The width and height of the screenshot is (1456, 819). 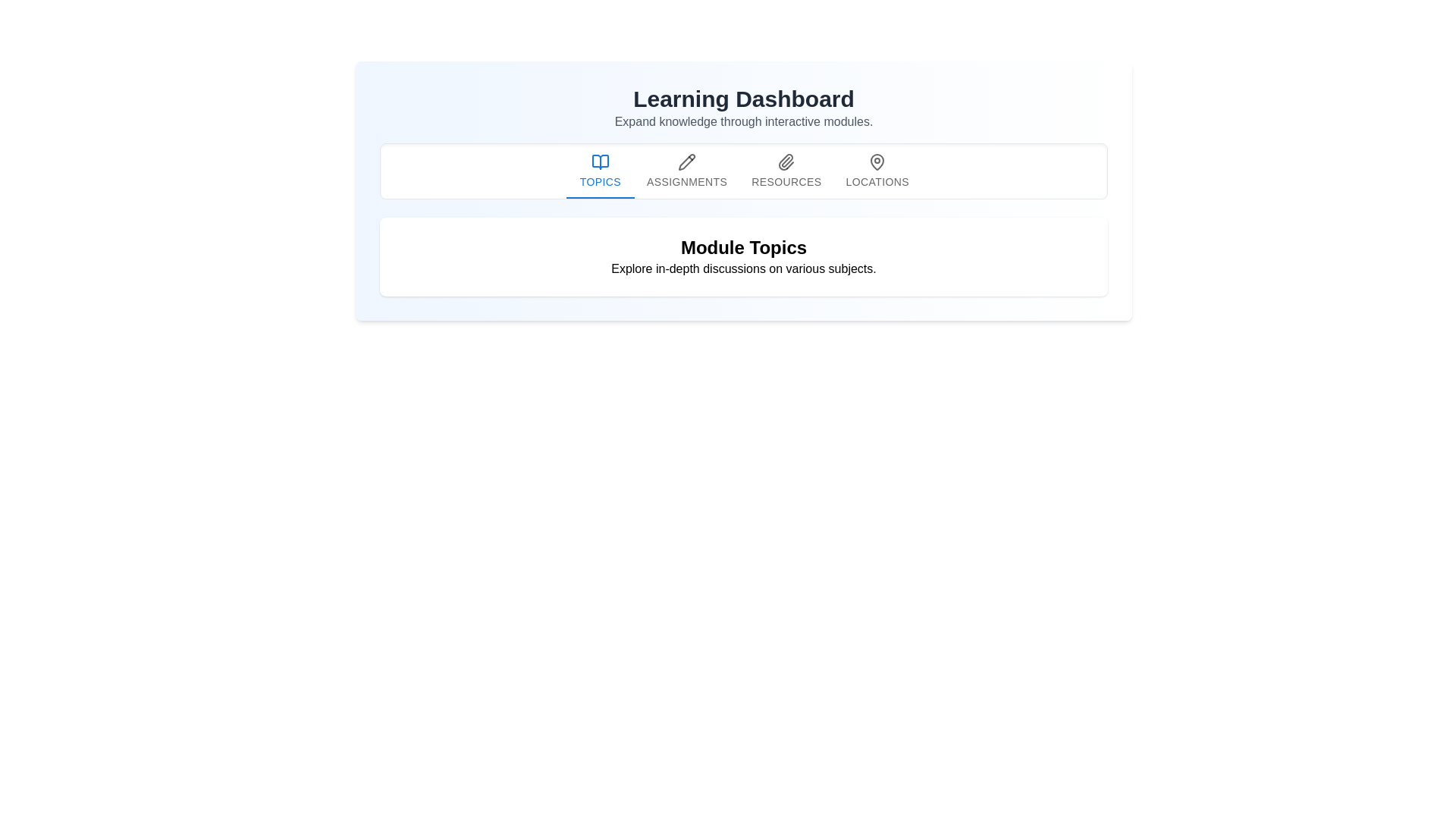 I want to click on the opened book icon in the navigation bar preceding the 'TOPICS' label, so click(x=600, y=162).